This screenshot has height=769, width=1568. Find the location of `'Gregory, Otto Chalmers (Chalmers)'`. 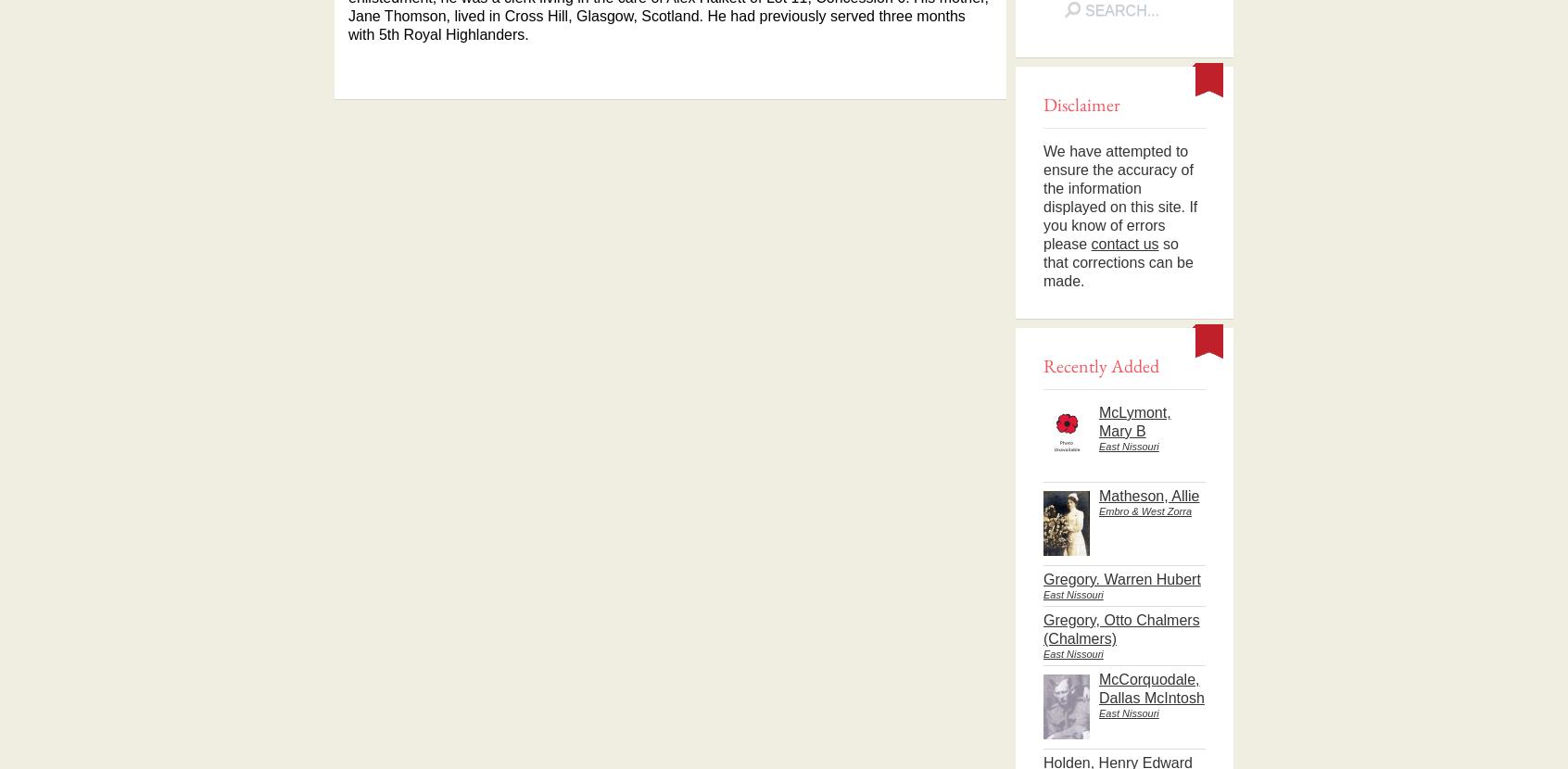

'Gregory, Otto Chalmers (Chalmers)' is located at coordinates (1120, 629).